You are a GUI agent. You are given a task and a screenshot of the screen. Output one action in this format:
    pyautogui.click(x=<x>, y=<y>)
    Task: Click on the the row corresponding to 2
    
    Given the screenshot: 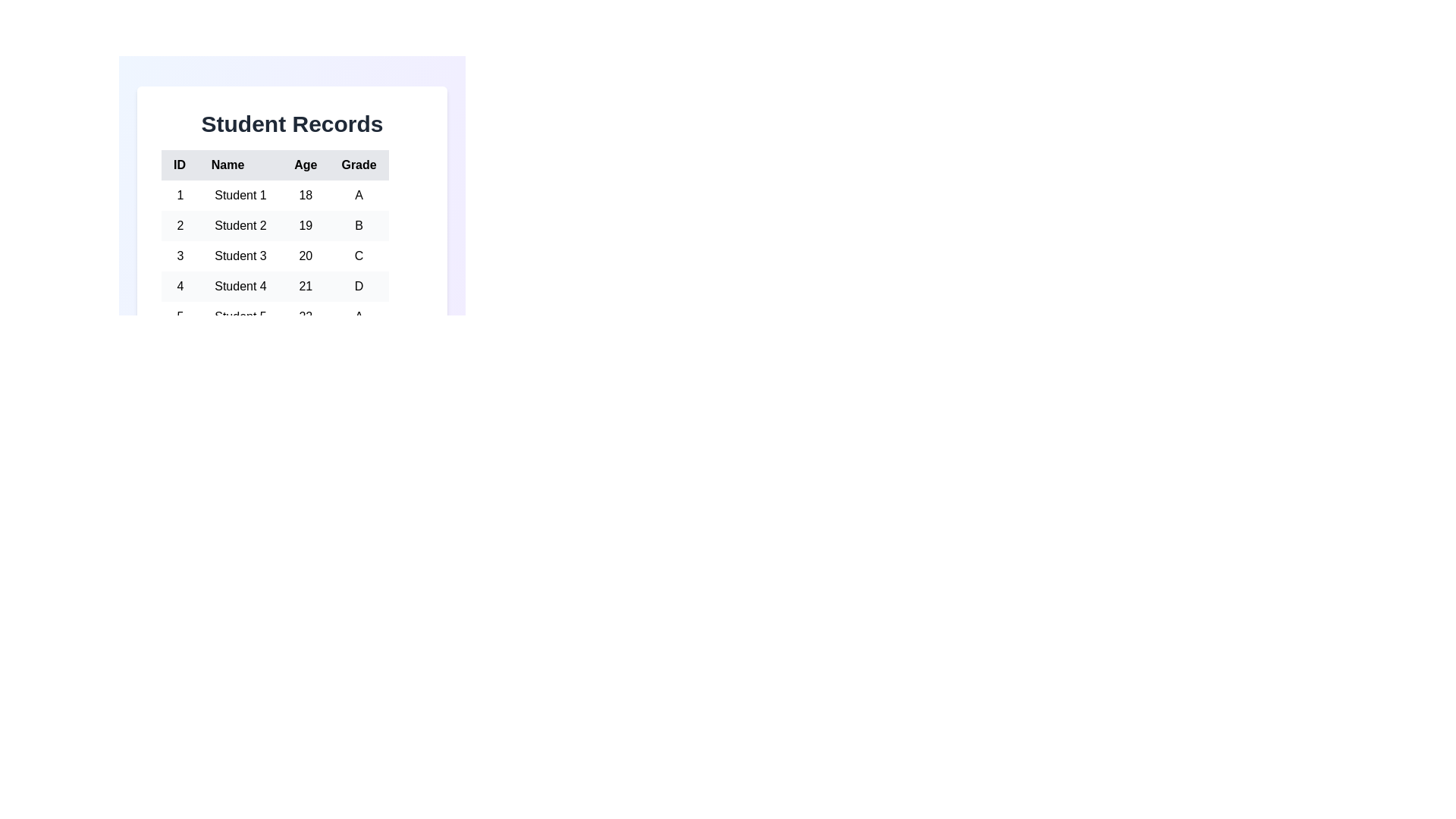 What is the action you would take?
    pyautogui.click(x=275, y=225)
    